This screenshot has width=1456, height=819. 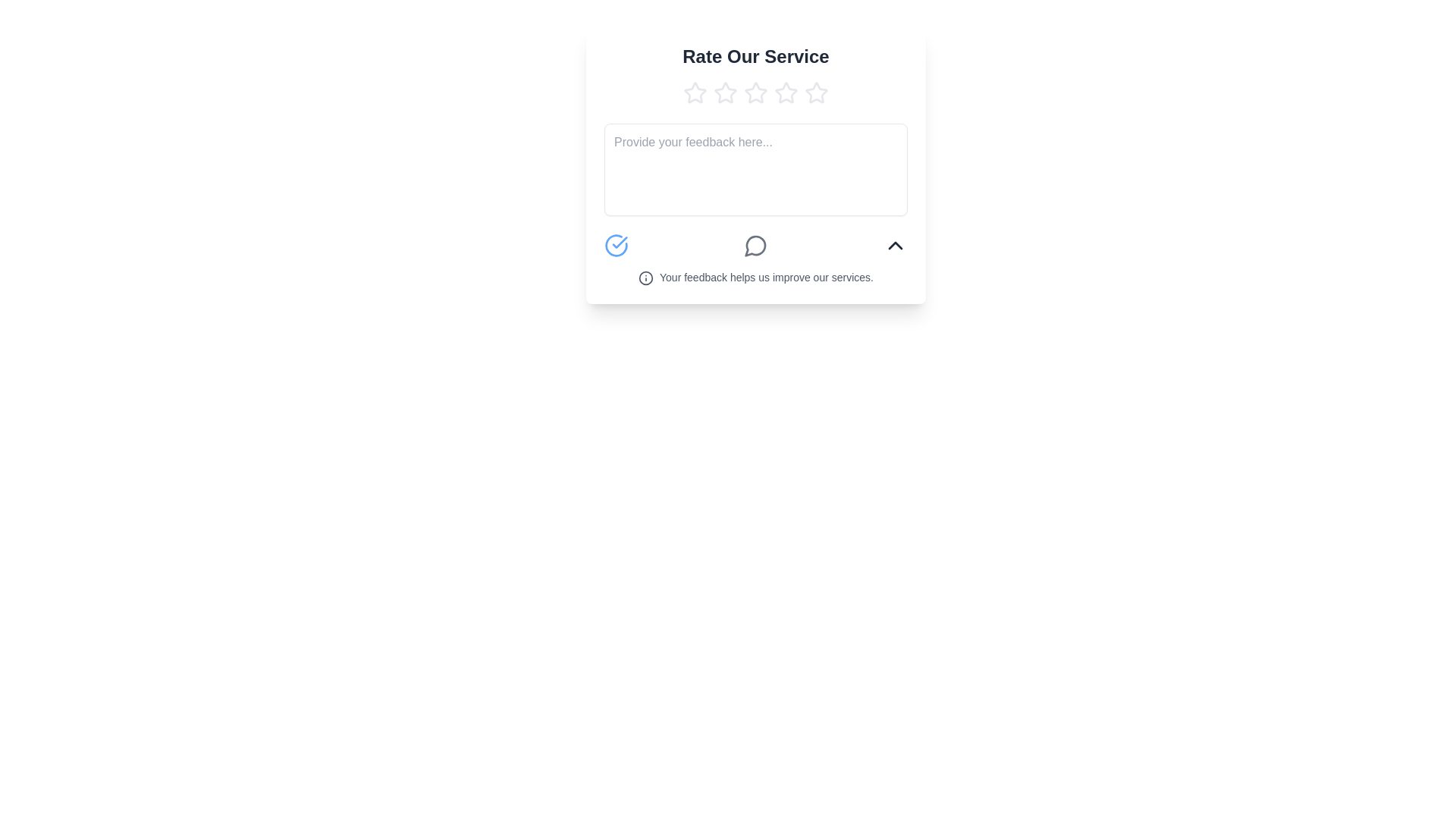 I want to click on the third star in the rating system to provide a rating of three out of five stars, so click(x=786, y=93).